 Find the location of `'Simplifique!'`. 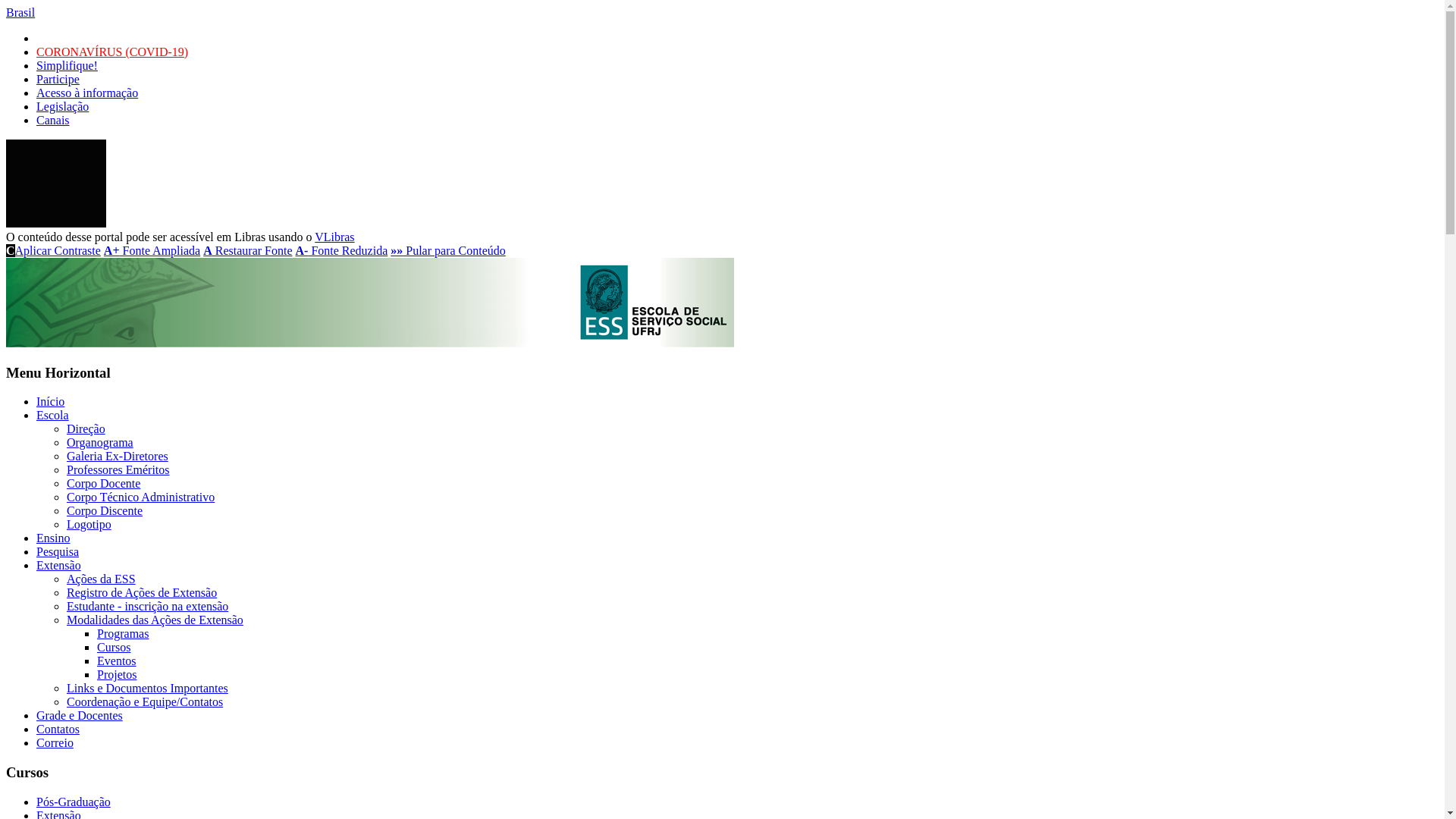

'Simplifique!' is located at coordinates (66, 64).